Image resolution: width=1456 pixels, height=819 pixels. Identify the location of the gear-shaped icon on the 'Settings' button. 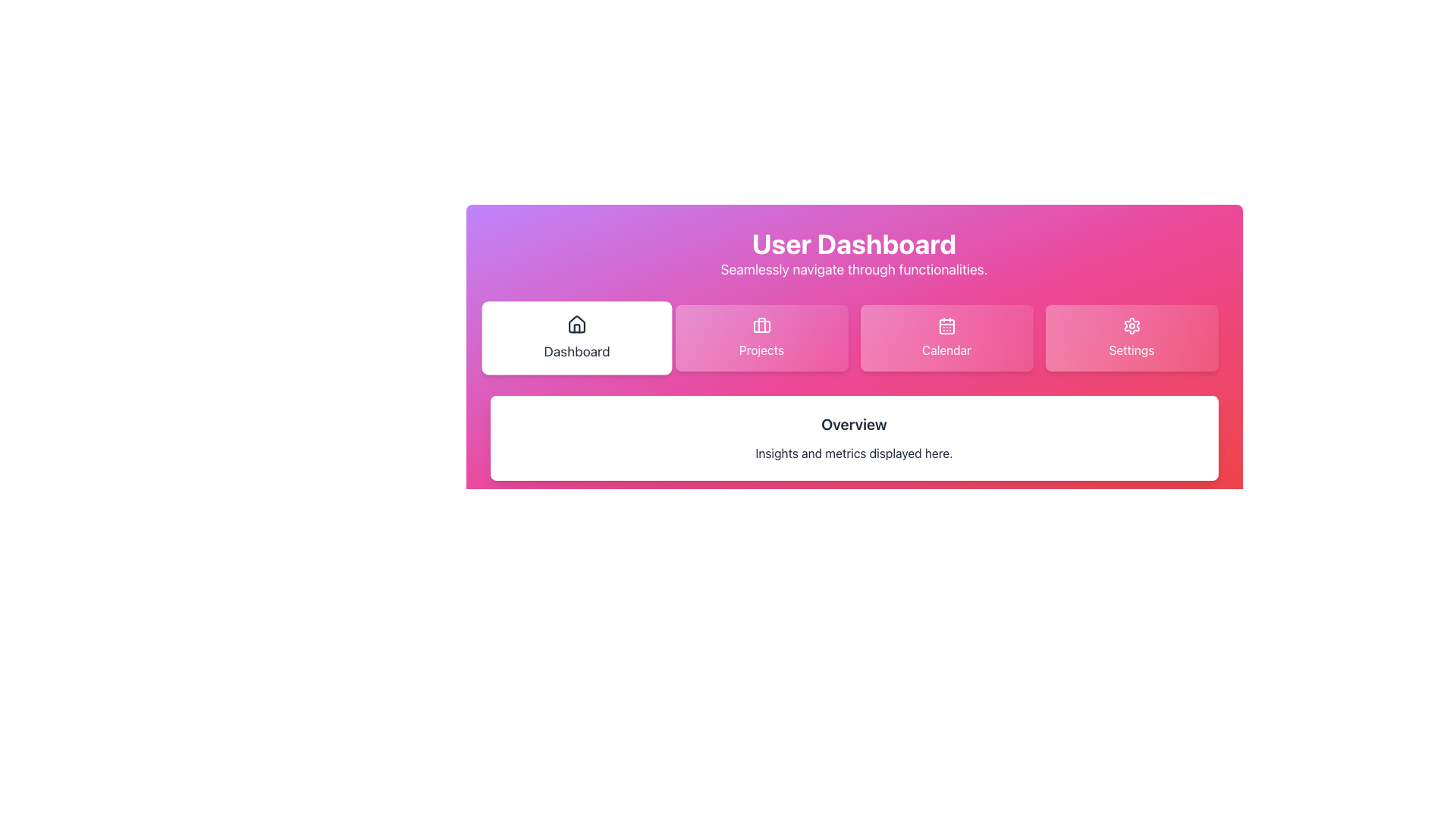
(1131, 325).